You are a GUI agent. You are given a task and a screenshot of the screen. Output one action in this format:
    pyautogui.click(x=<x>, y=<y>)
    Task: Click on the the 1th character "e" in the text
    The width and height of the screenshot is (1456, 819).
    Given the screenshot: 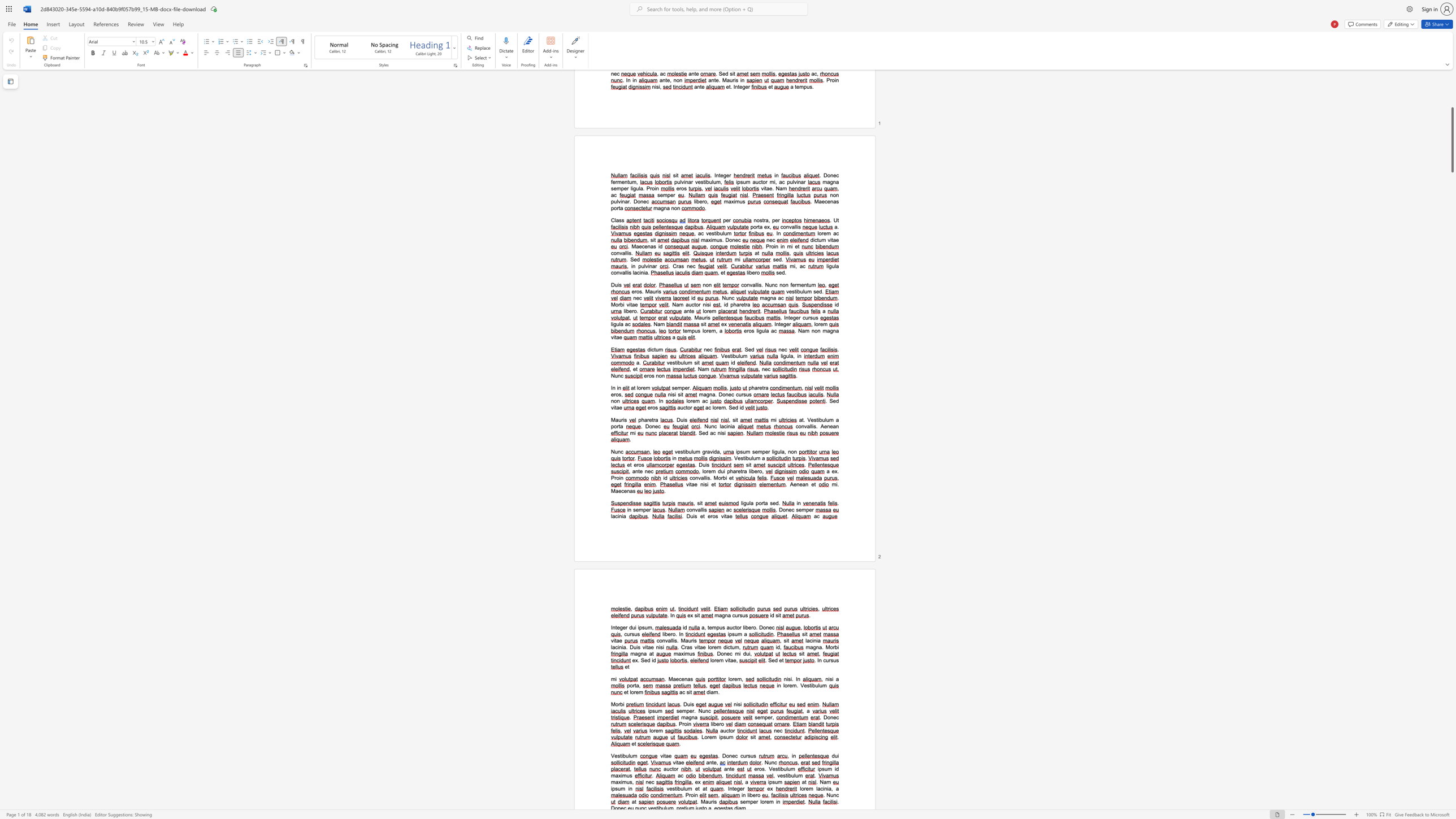 What is the action you would take?
    pyautogui.click(x=790, y=510)
    